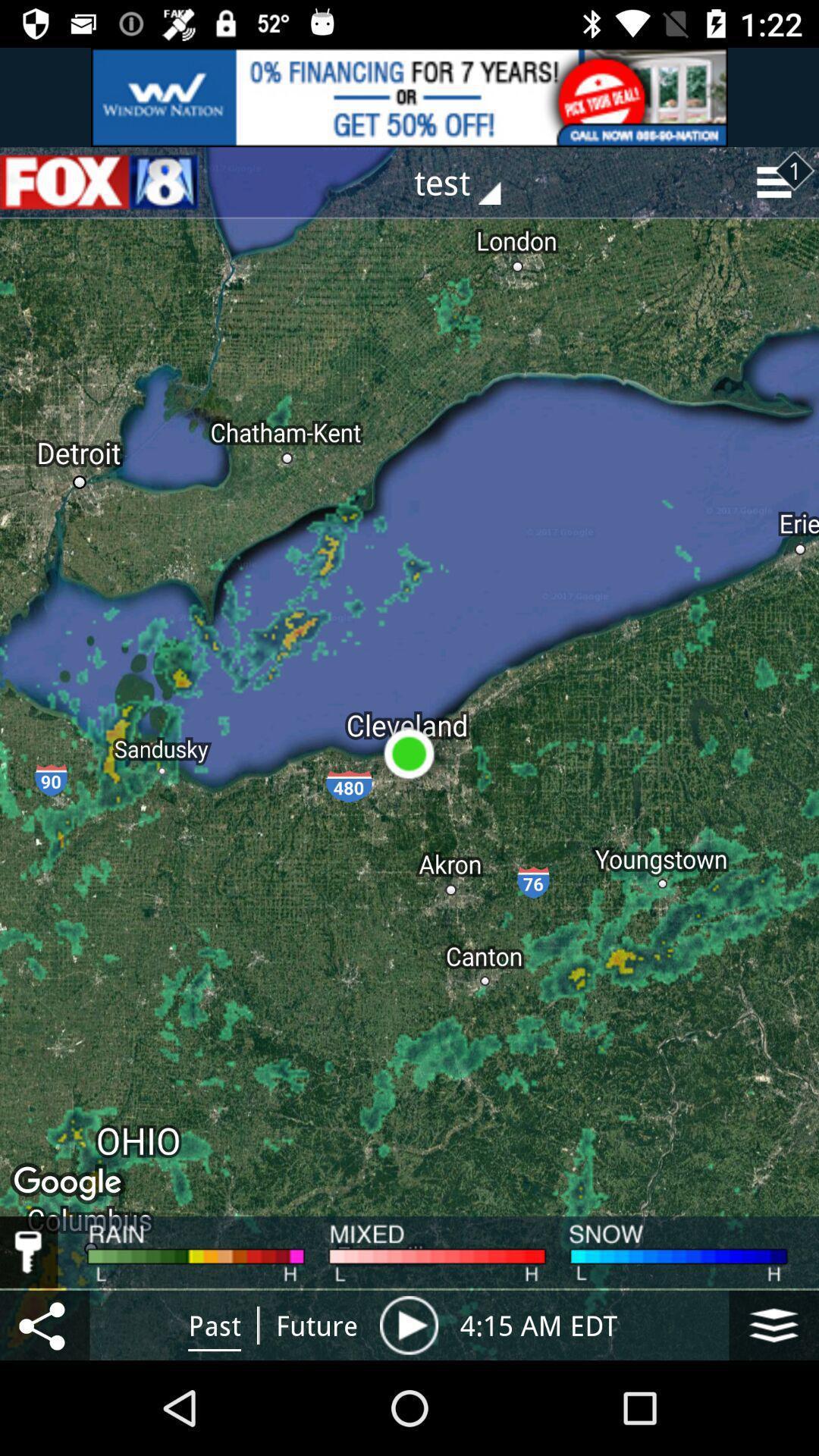 This screenshot has height=1456, width=819. What do you see at coordinates (778, 182) in the screenshot?
I see `drop down icon which is below the 122` at bounding box center [778, 182].